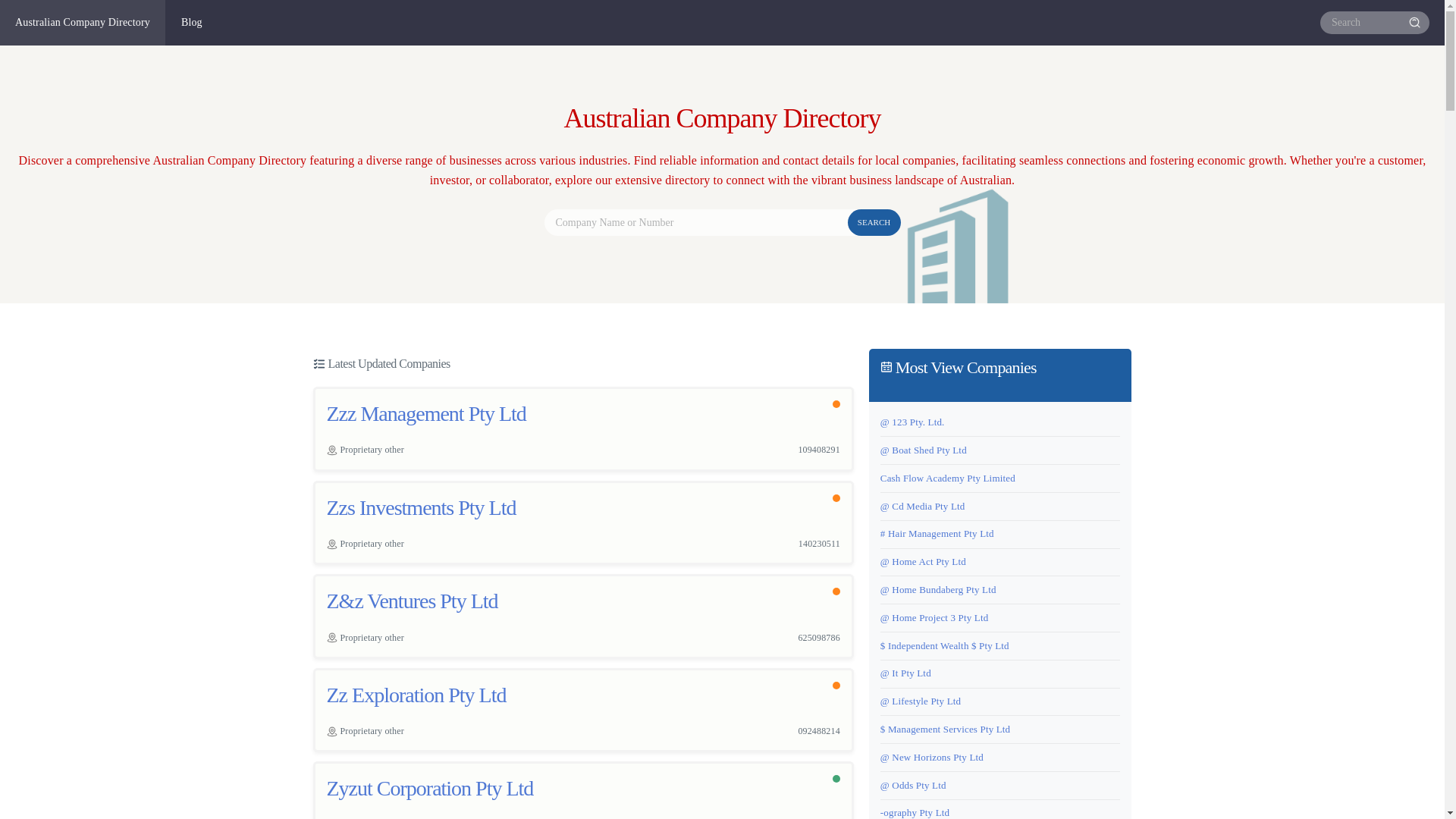 The height and width of the screenshot is (819, 1456). What do you see at coordinates (880, 449) in the screenshot?
I see `'@ Boat Shed Pty Ltd'` at bounding box center [880, 449].